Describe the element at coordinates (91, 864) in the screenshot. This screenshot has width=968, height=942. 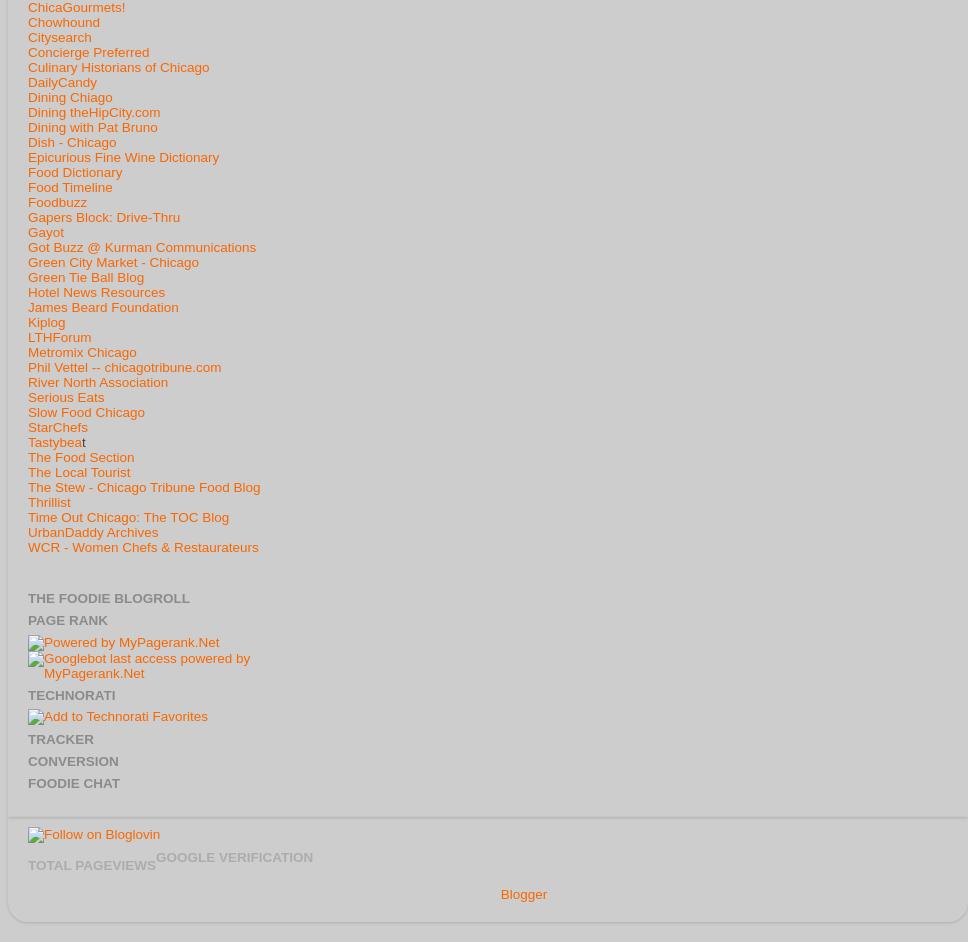
I see `'Total Pageviews'` at that location.